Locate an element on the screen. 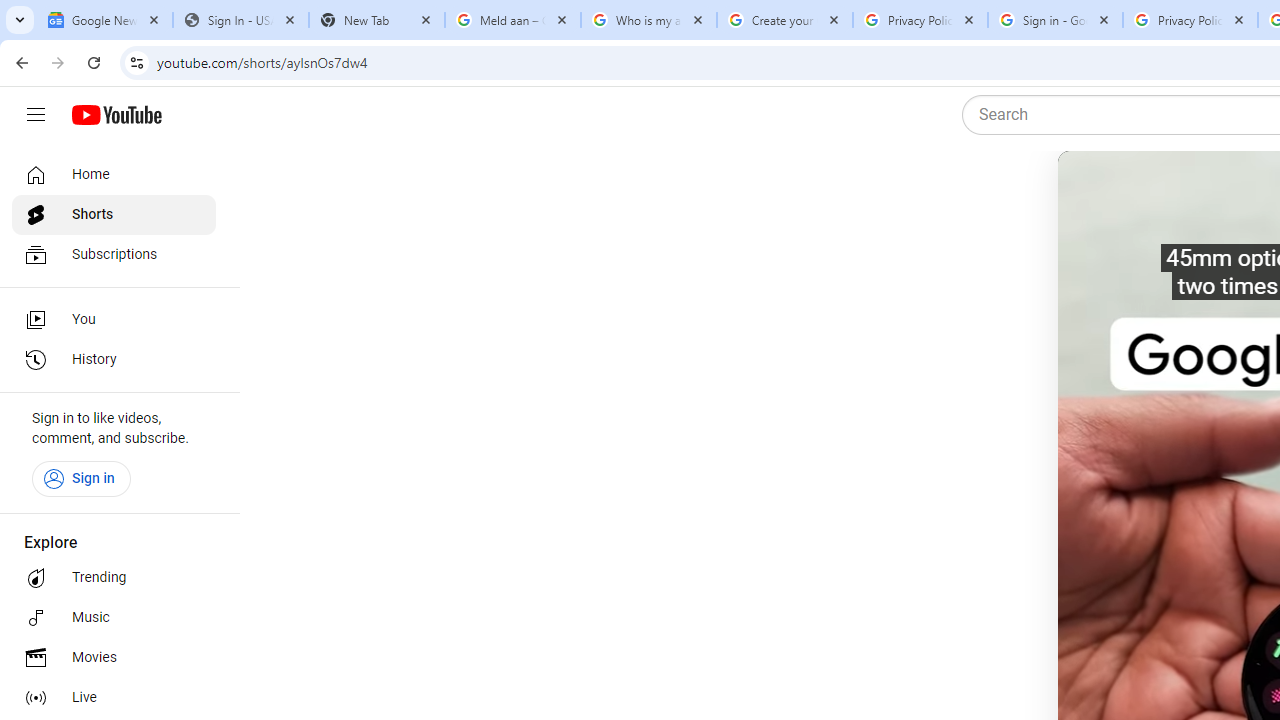  'Google News' is located at coordinates (103, 20).